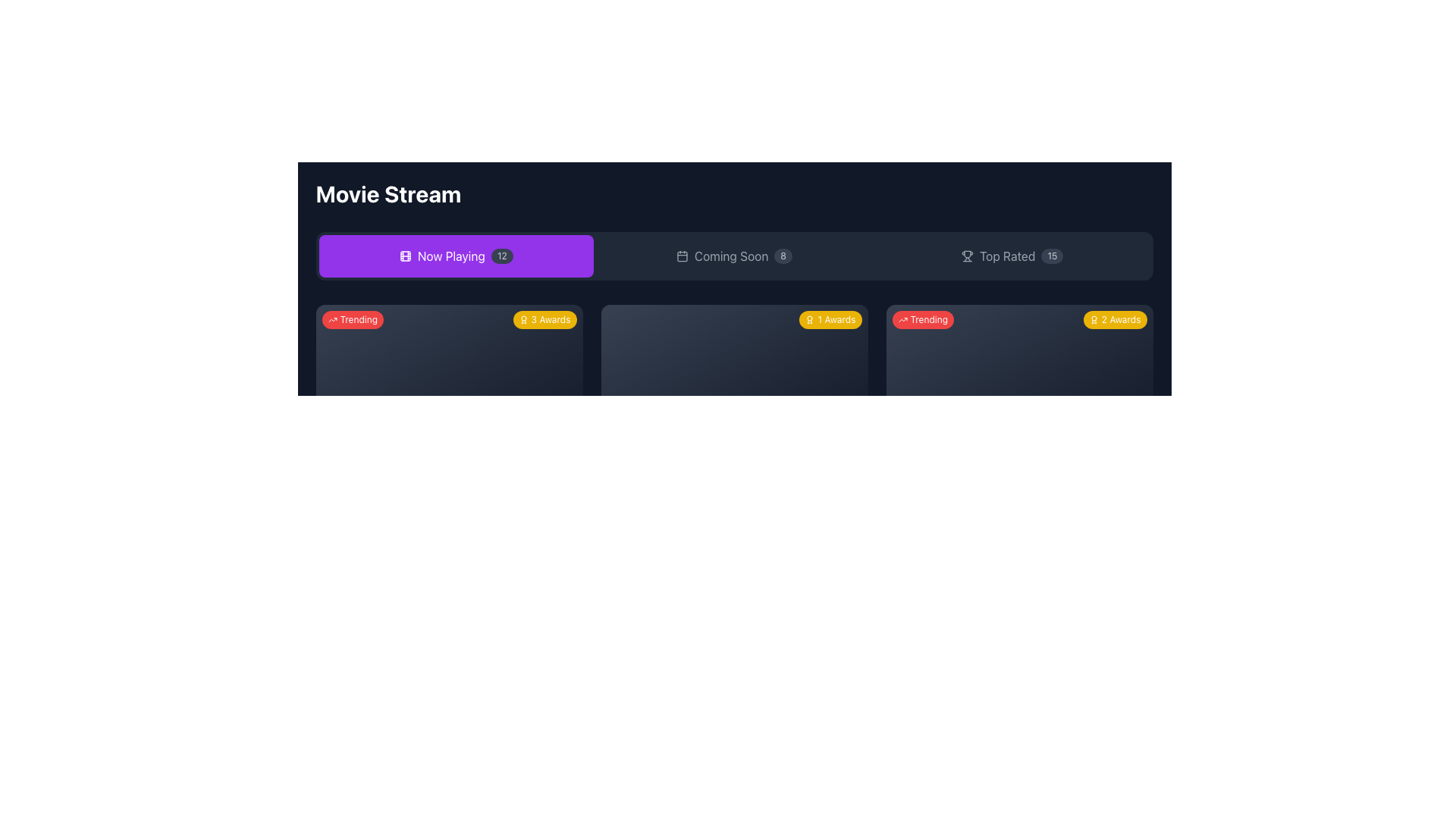 The height and width of the screenshot is (819, 1456). What do you see at coordinates (731, 256) in the screenshot?
I see `the 'Coming Soon' text label displayed in gray font, located in the middle of the navigation menu between a calendar icon and the number '8'` at bounding box center [731, 256].